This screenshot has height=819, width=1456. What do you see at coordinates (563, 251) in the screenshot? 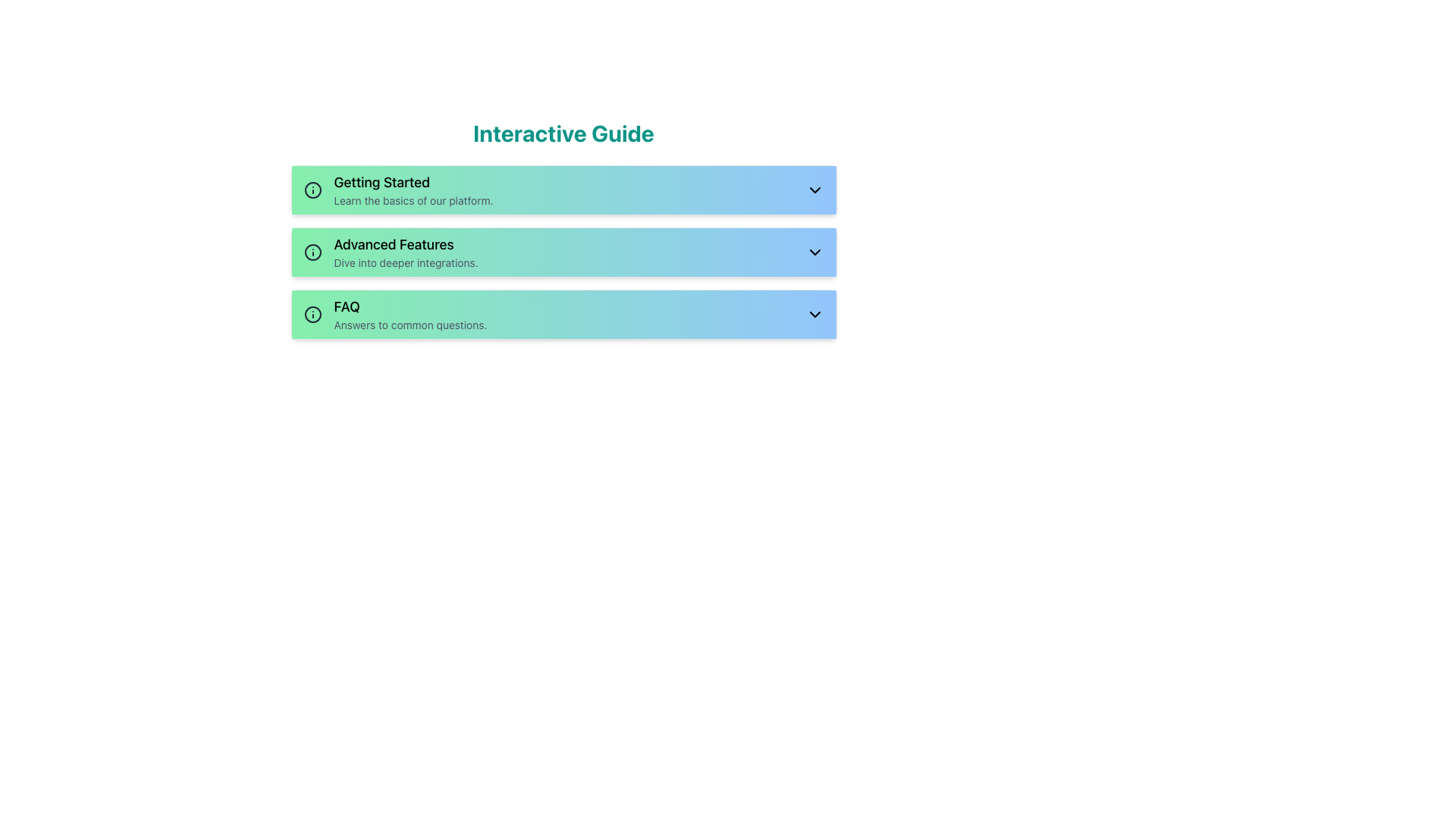
I see `the interactive button that provides access to advanced features and integrations, which is the second item in the vertically stacked list` at bounding box center [563, 251].